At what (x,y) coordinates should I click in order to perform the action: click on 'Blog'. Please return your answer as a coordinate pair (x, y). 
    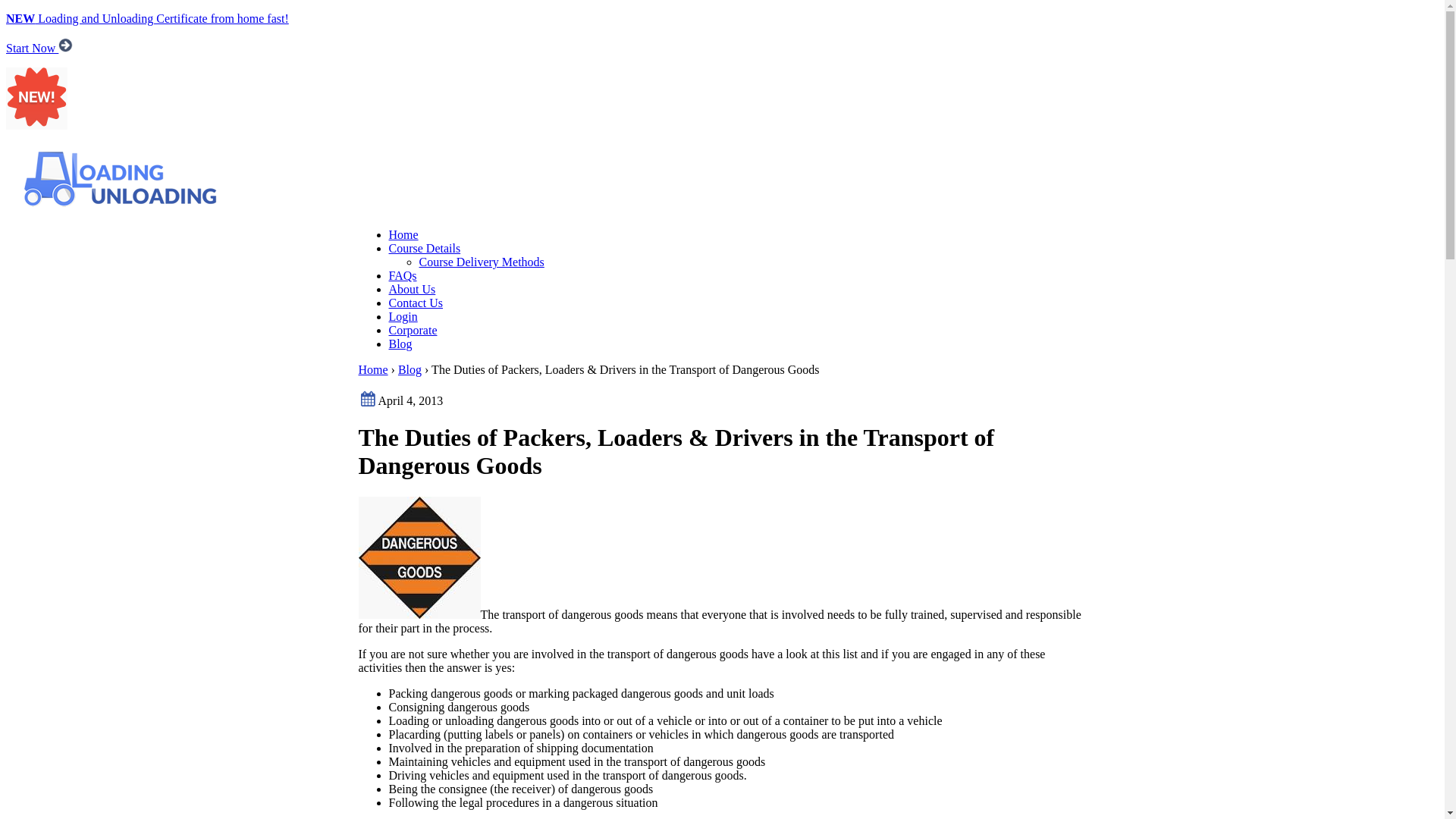
    Looking at the image, I should click on (409, 369).